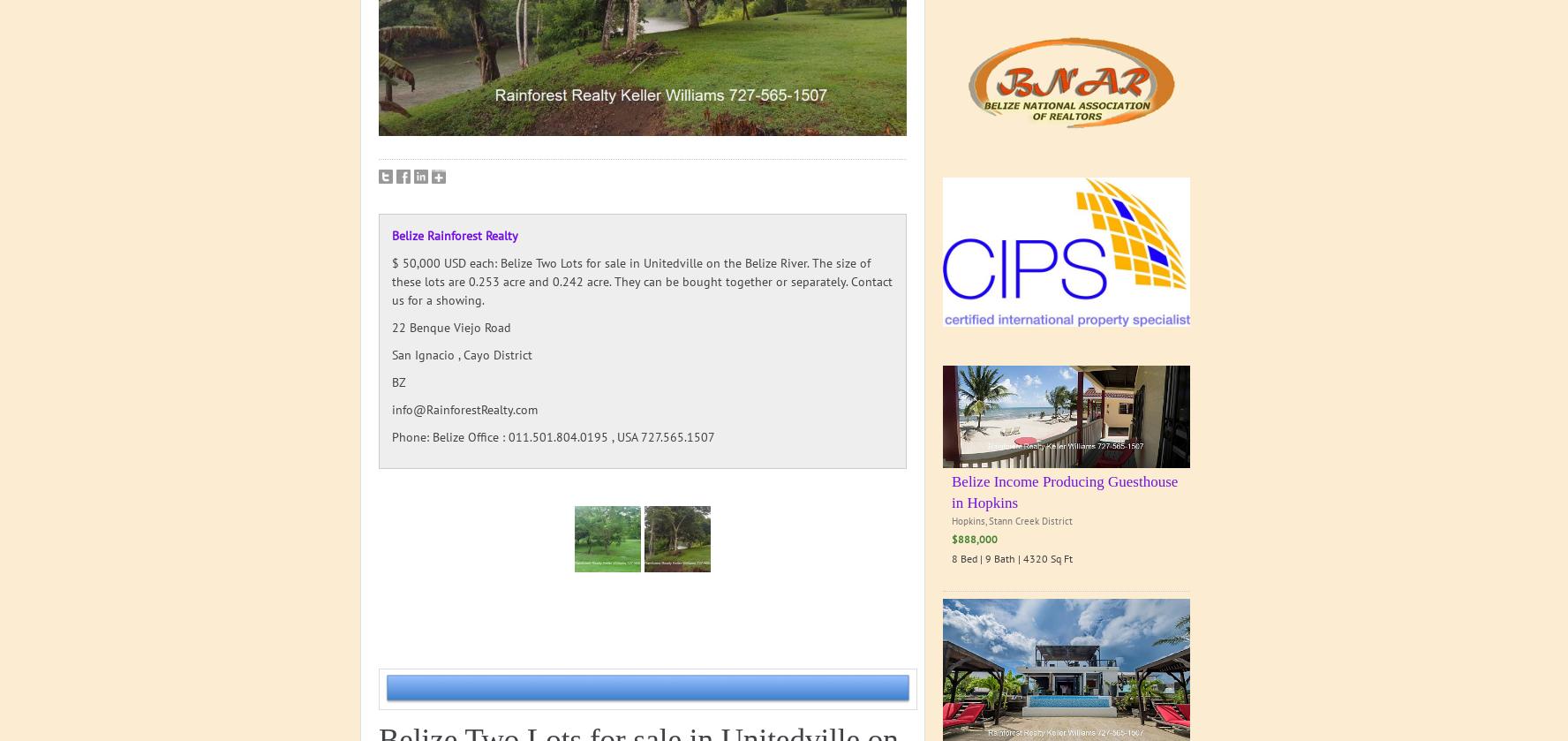  What do you see at coordinates (1012, 556) in the screenshot?
I see `'8 Bed | 9 Bath | 4320 Sq Ft'` at bounding box center [1012, 556].